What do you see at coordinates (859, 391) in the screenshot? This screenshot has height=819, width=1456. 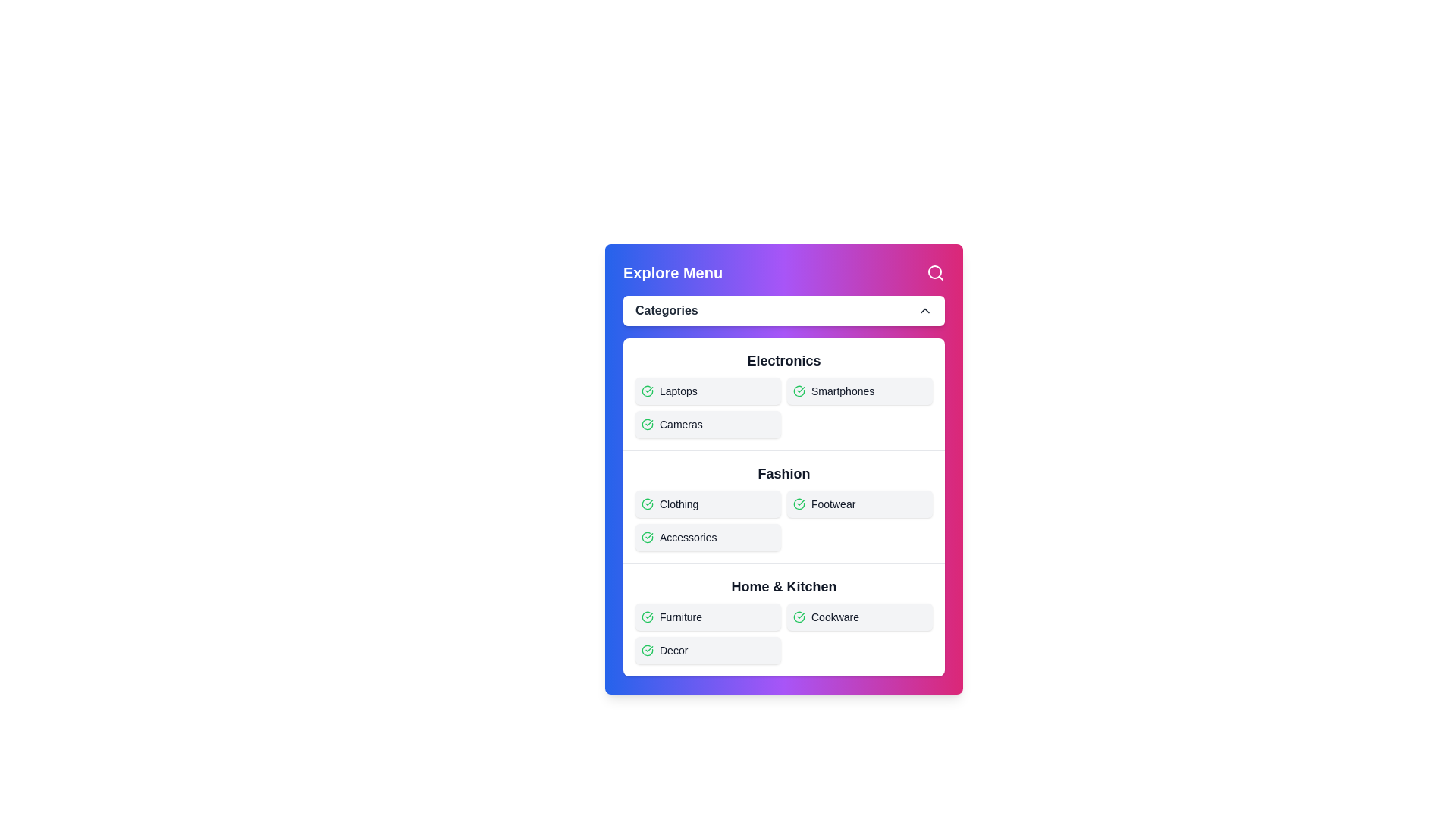 I see `the 'Smartphones' category button located below 'Laptops' and above 'Cameras' in the 'Electronics' section to observe potential hover effects` at bounding box center [859, 391].